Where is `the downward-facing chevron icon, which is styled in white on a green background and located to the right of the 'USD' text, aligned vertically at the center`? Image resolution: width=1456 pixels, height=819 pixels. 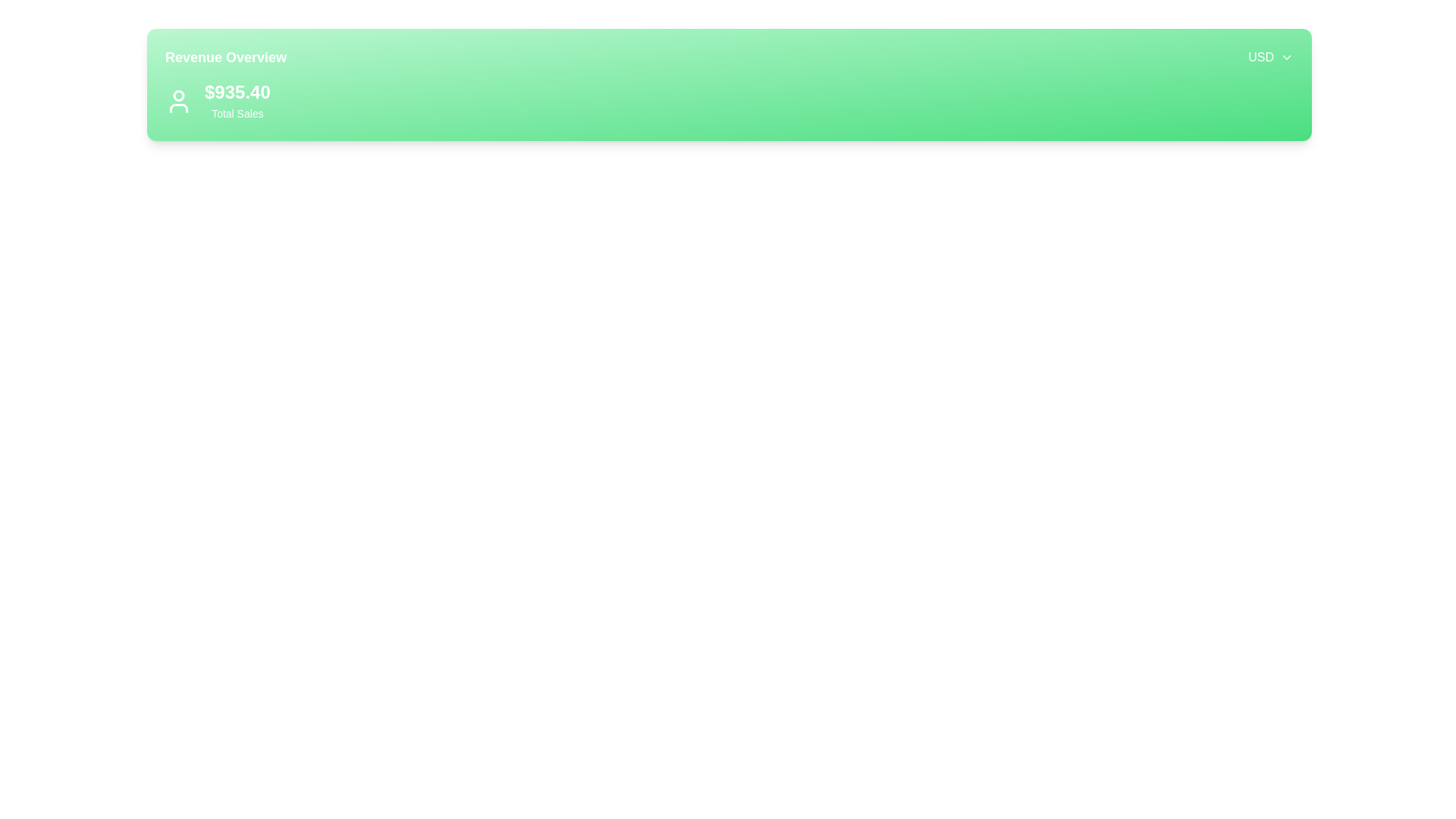 the downward-facing chevron icon, which is styled in white on a green background and located to the right of the 'USD' text, aligned vertically at the center is located at coordinates (1286, 57).